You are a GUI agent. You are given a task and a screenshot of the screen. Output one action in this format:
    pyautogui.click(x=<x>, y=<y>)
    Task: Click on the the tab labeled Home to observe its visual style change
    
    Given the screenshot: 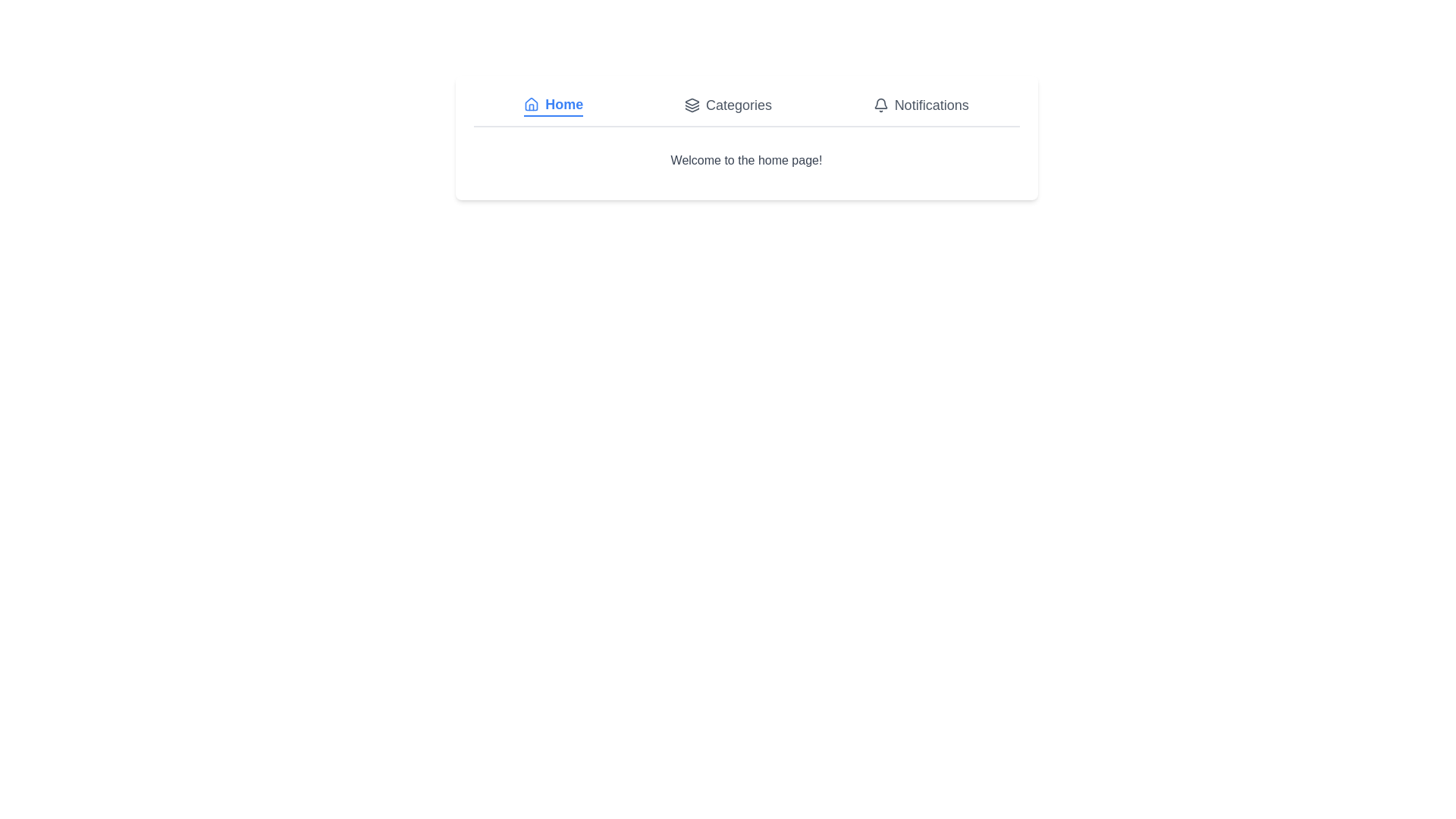 What is the action you would take?
    pyautogui.click(x=552, y=104)
    